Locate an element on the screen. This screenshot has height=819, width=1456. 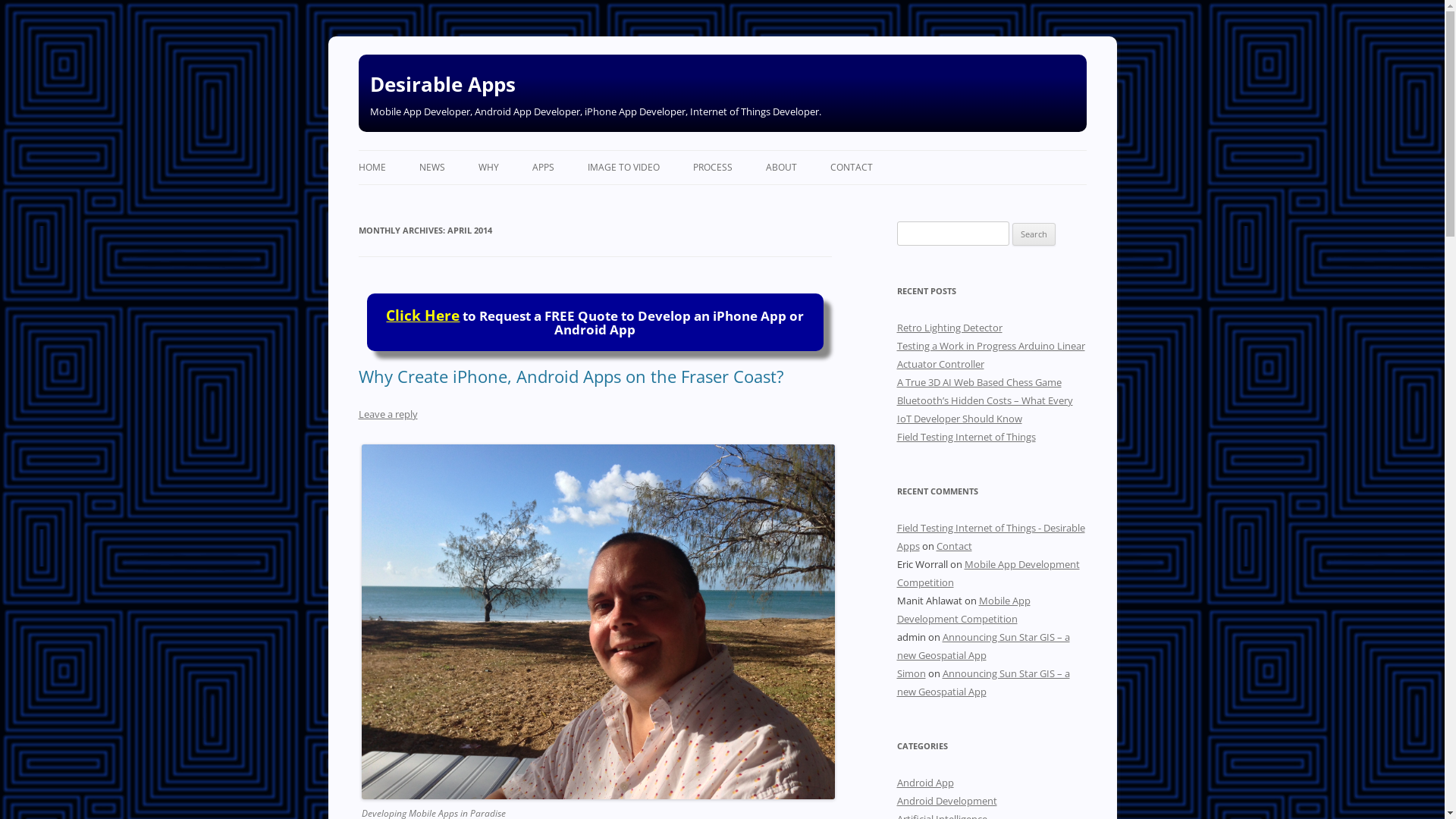
'Click Here' is located at coordinates (422, 314).